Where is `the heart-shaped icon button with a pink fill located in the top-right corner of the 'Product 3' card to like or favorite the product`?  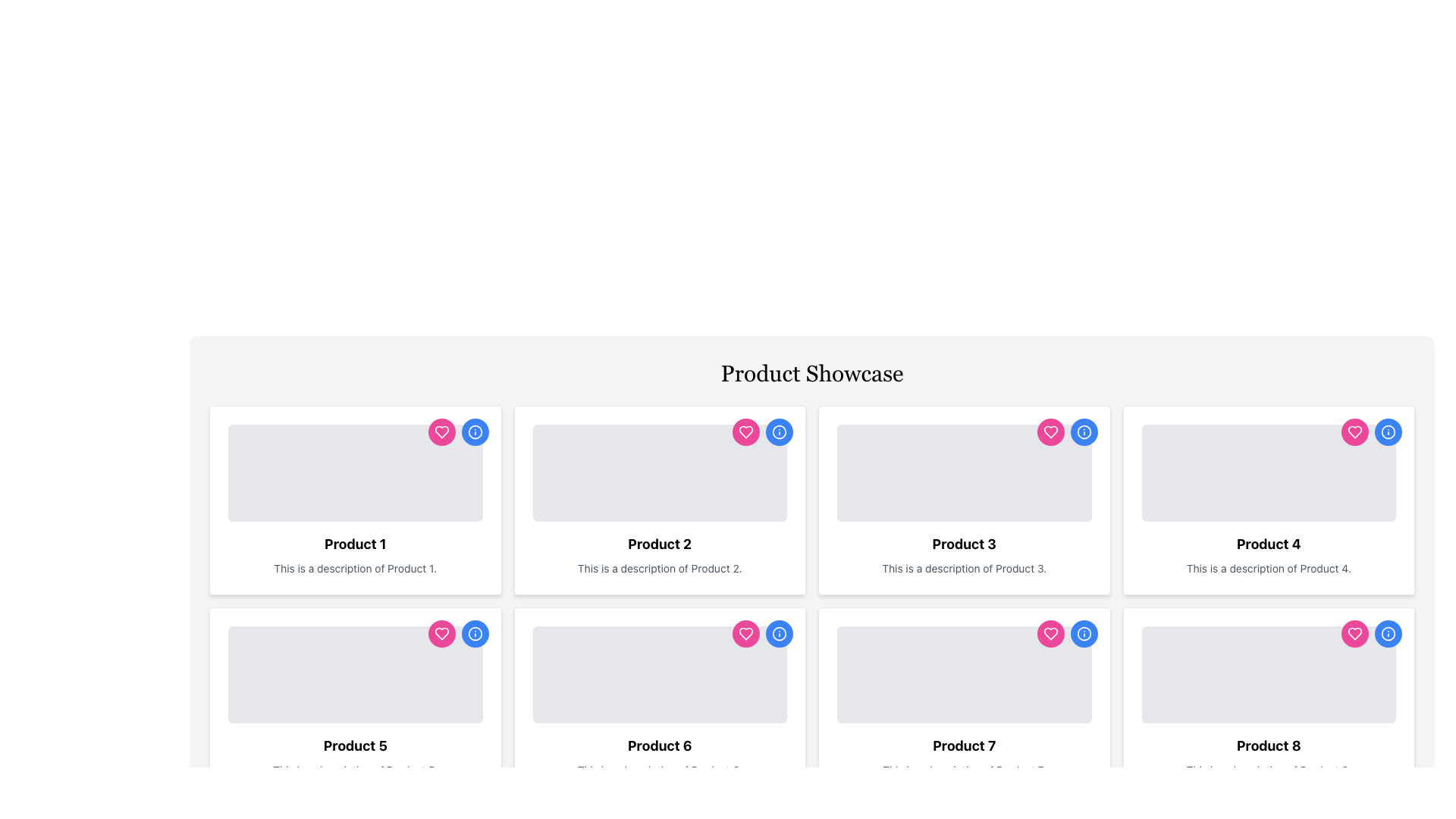 the heart-shaped icon button with a pink fill located in the top-right corner of the 'Product 3' card to like or favorite the product is located at coordinates (1050, 432).